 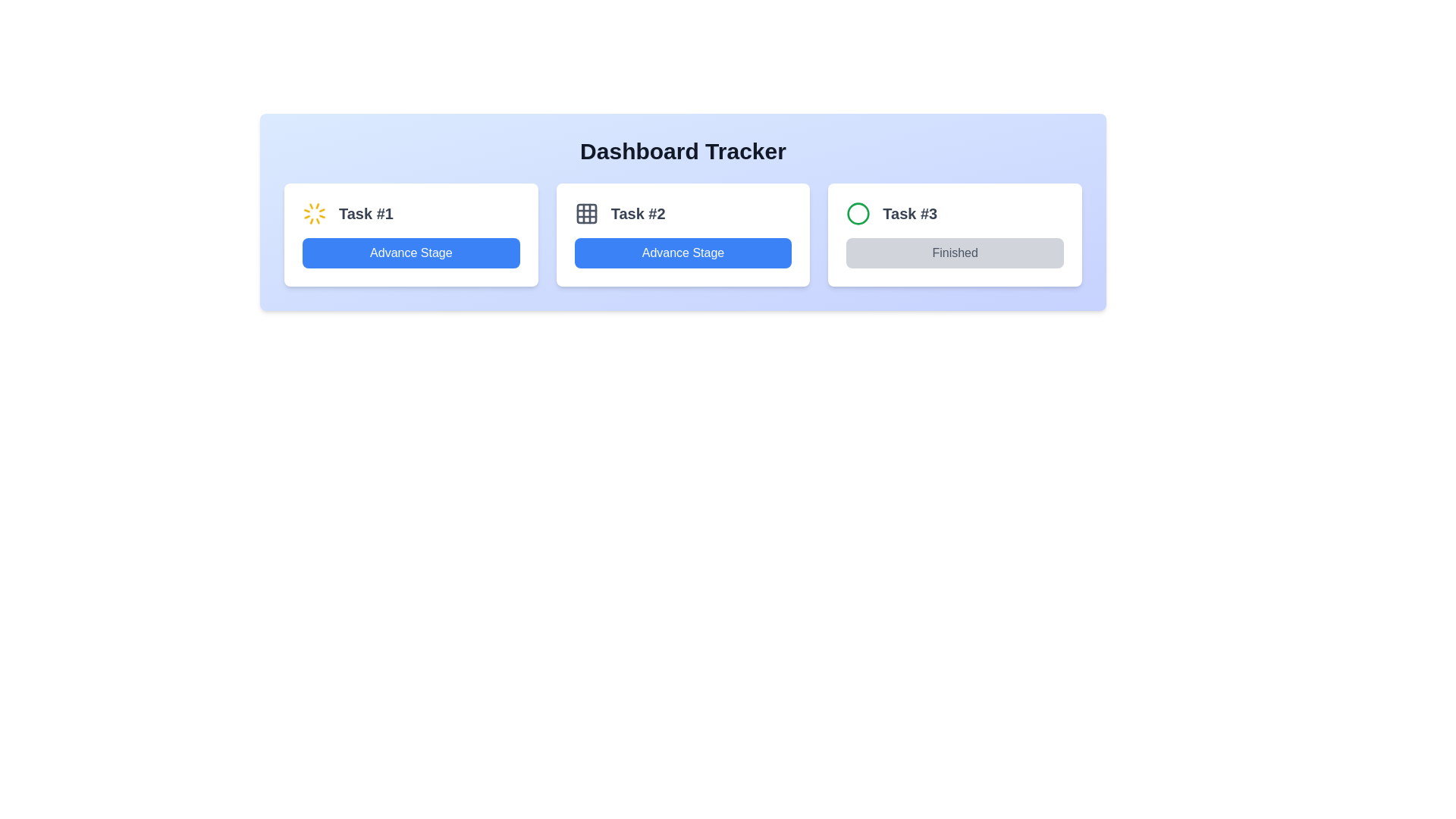 What do you see at coordinates (411, 253) in the screenshot?
I see `the button labeled 'Advance Stage' with a blue background and rounded corners to change its shade` at bounding box center [411, 253].